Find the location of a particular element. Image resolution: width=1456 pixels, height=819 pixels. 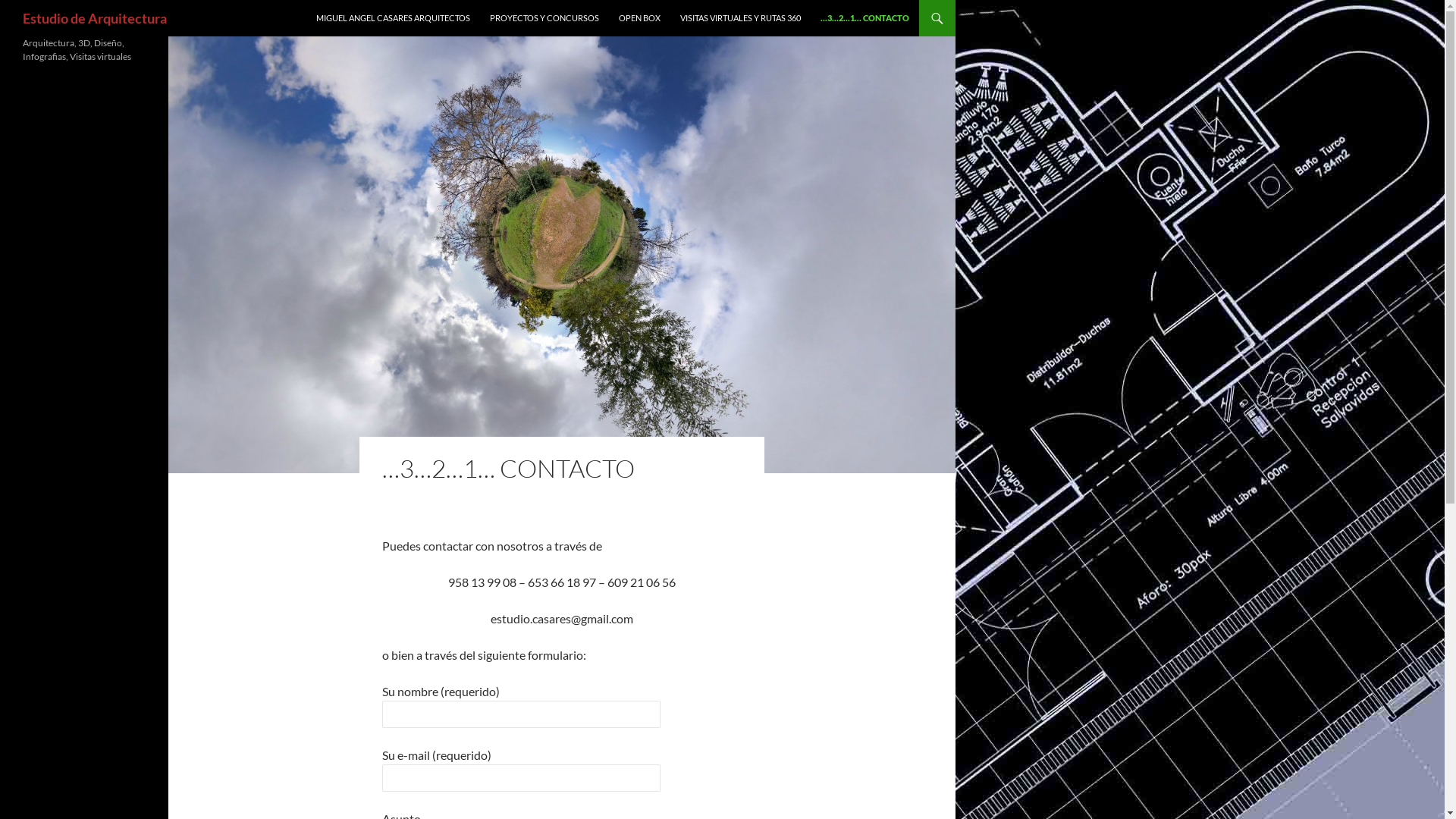

'SALTAR AL CONTENIDO' is located at coordinates (315, 0).